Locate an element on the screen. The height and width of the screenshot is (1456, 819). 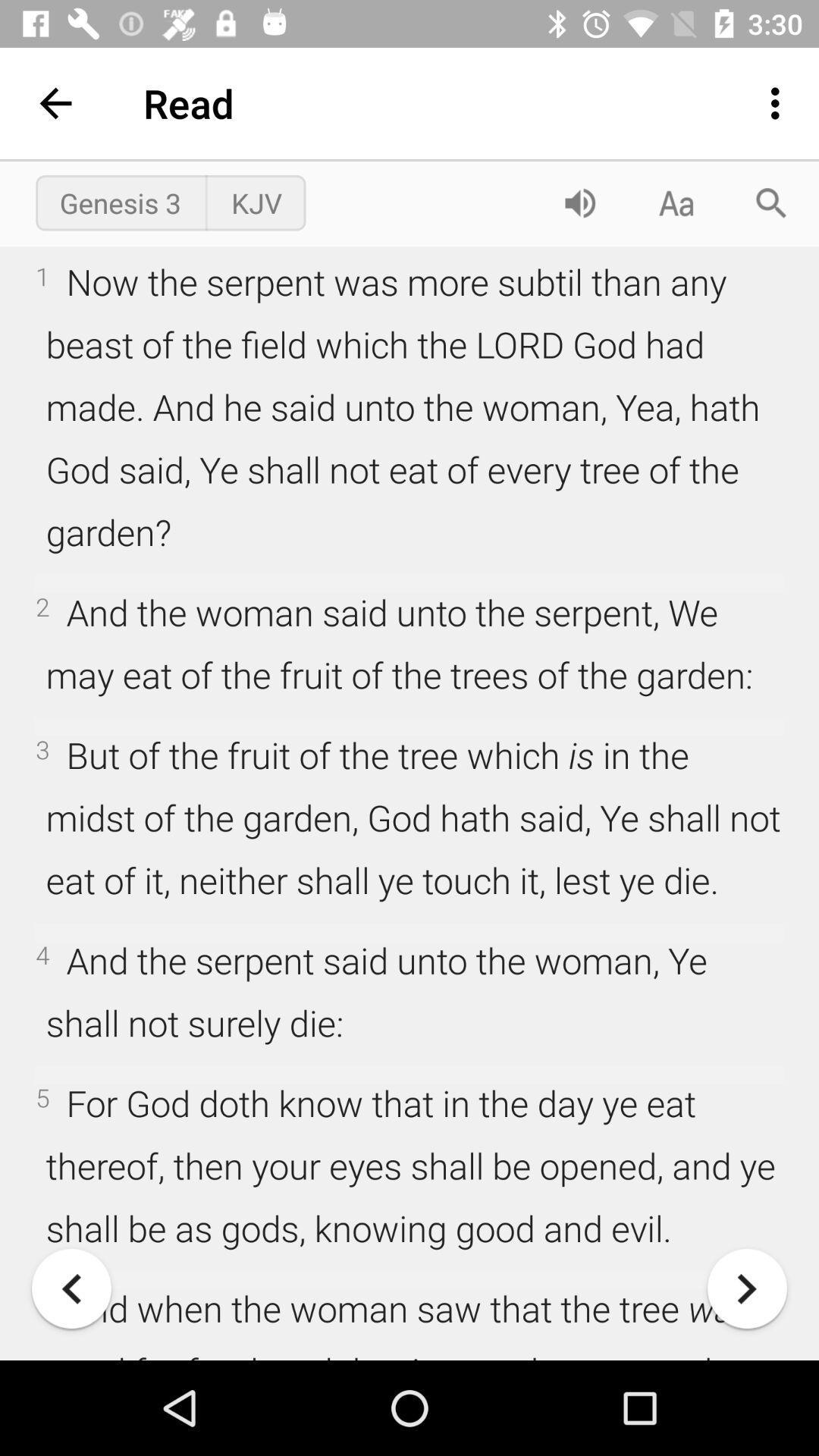
search function is located at coordinates (771, 202).